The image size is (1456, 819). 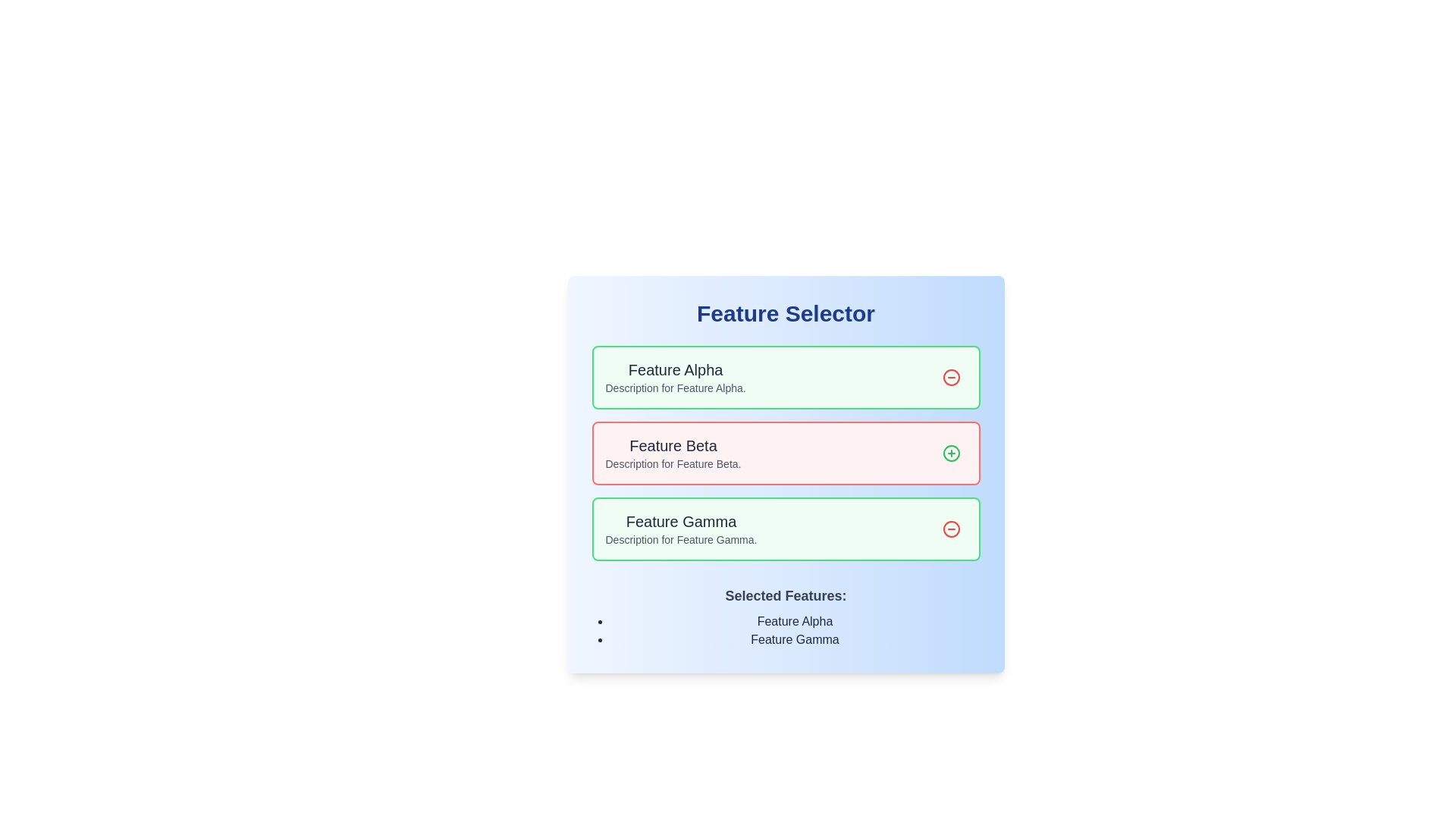 What do you see at coordinates (950, 452) in the screenshot?
I see `the decorative graphical symbol centered within the 'Feature Beta' card button, indicating an action like adding or selecting` at bounding box center [950, 452].